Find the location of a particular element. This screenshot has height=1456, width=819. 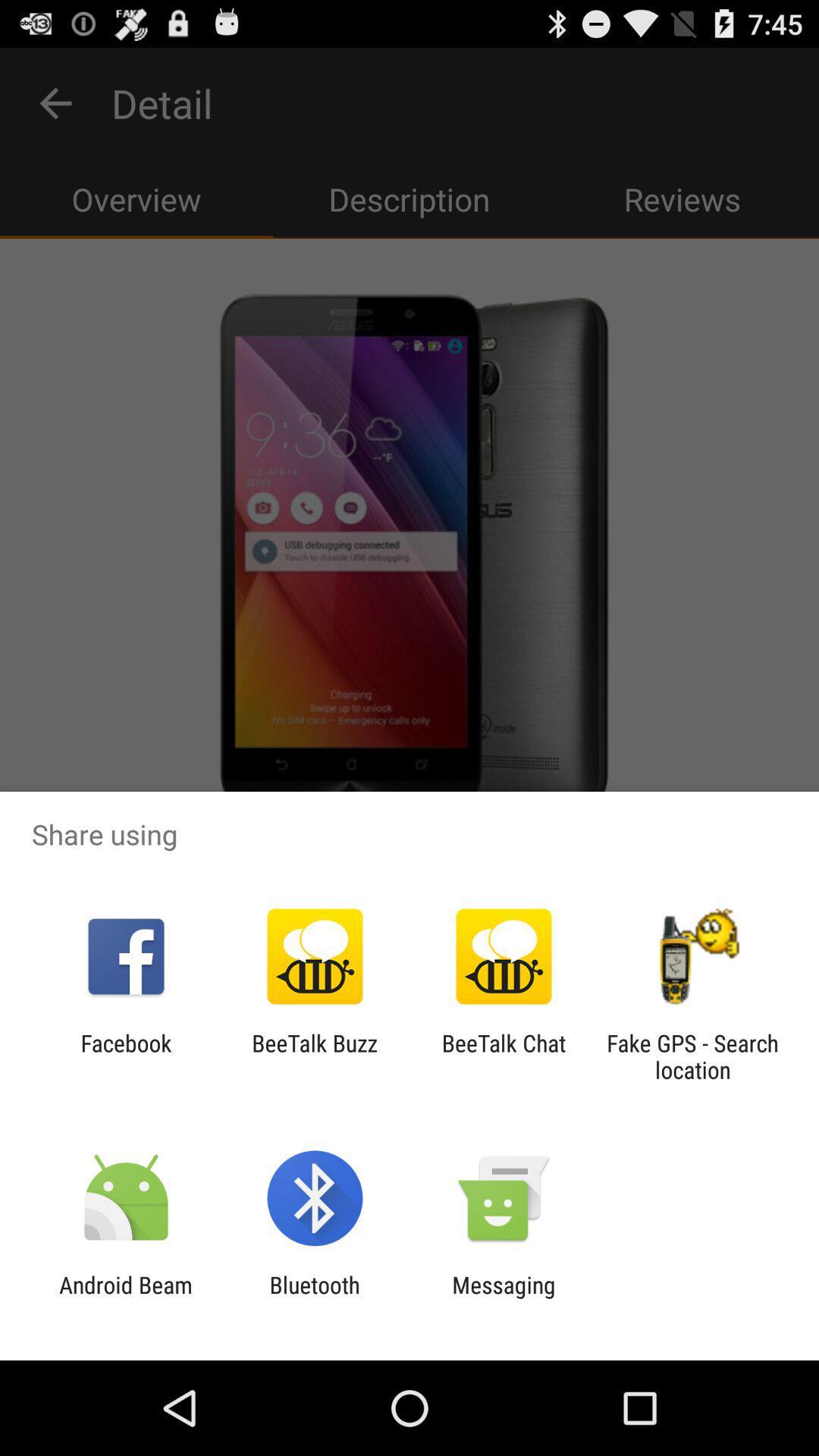

the item next to the beetalk chat item is located at coordinates (692, 1056).